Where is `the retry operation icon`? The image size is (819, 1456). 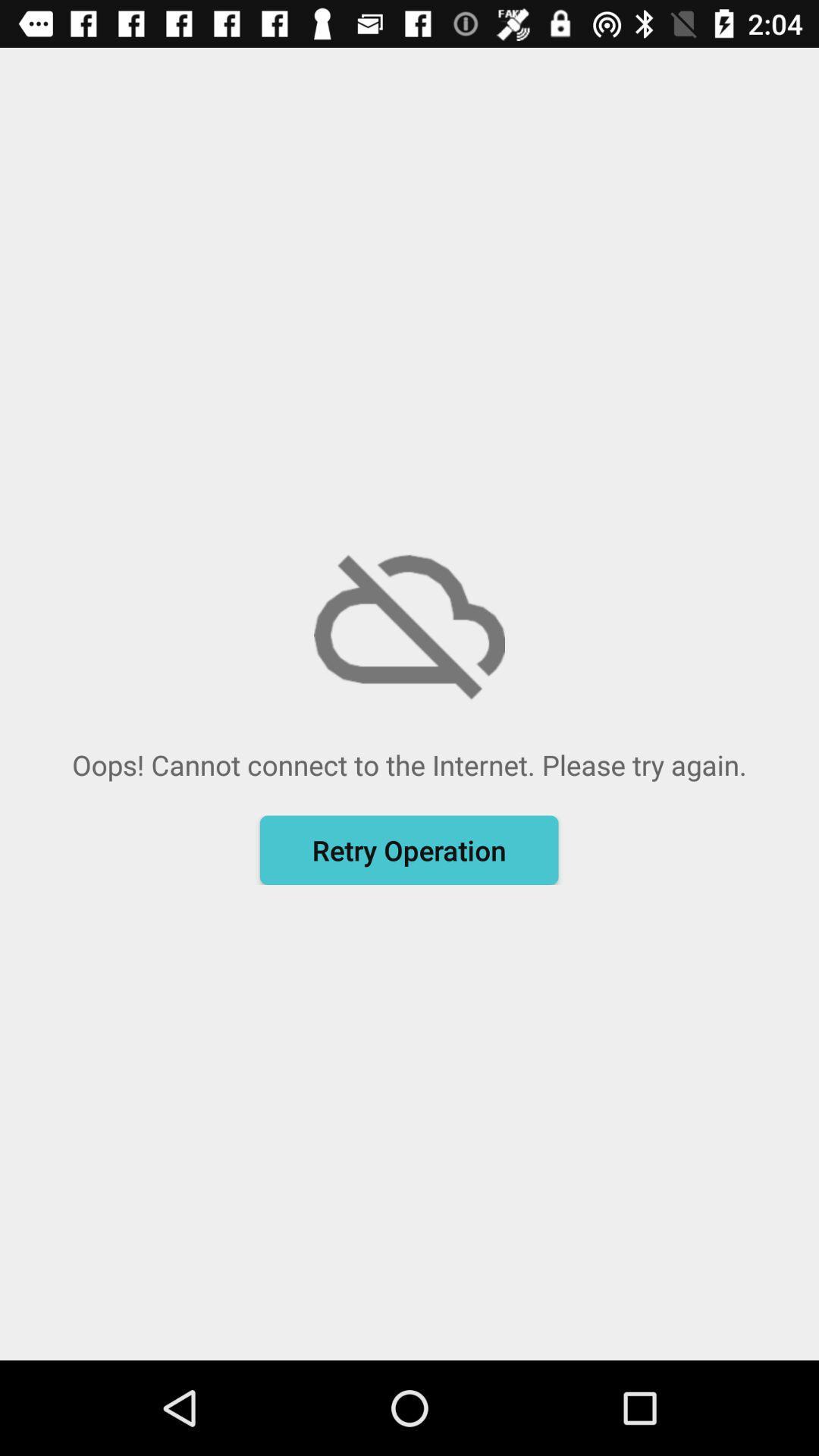 the retry operation icon is located at coordinates (408, 850).